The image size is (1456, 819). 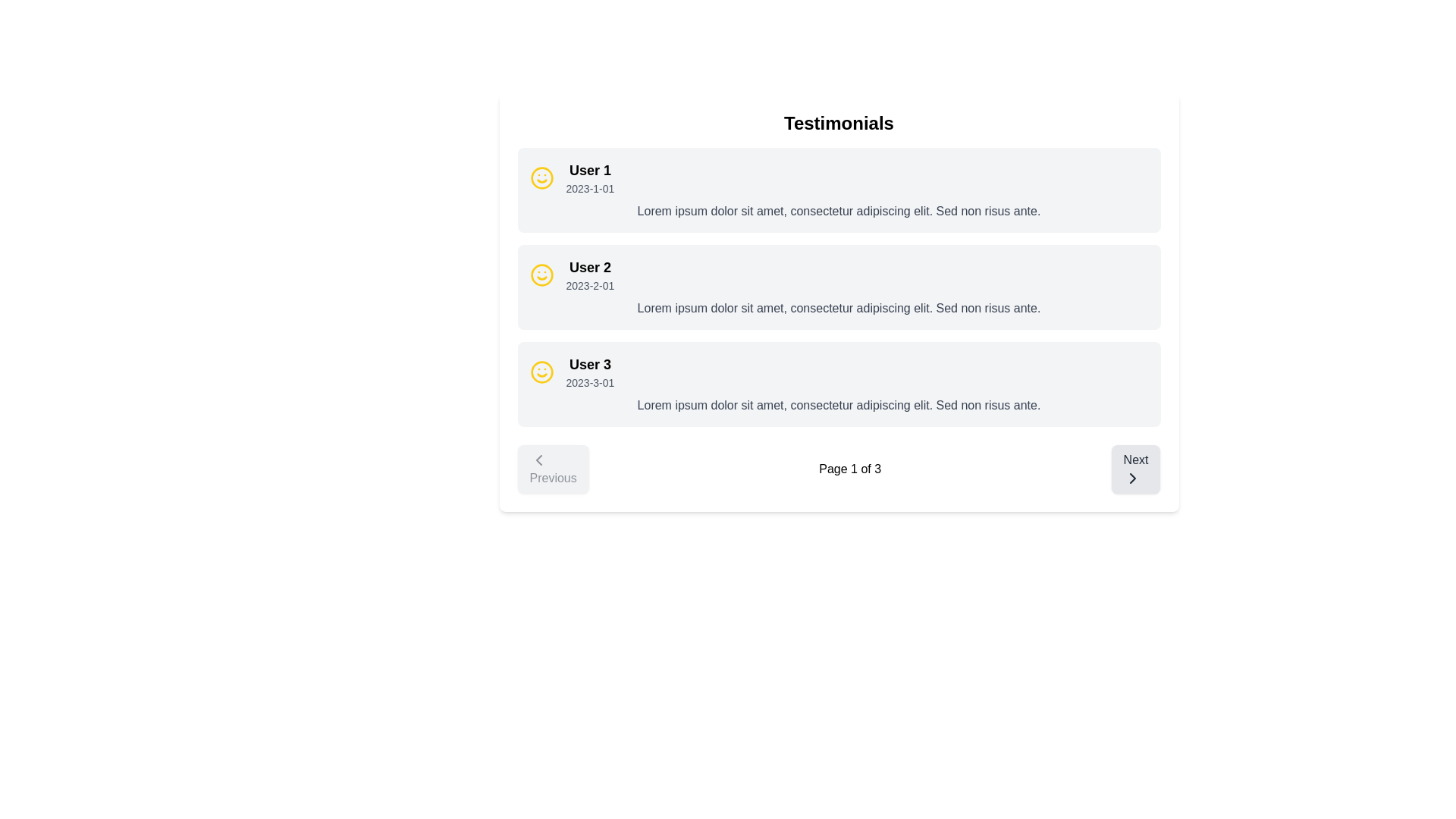 I want to click on the text from the Text Block containing 'Lorem ipsum dolor sit amet, consectetur adipiscing elit. Sed non risus ante.' located in the second testimonial box under the 'Testimonials' section, so click(x=838, y=308).